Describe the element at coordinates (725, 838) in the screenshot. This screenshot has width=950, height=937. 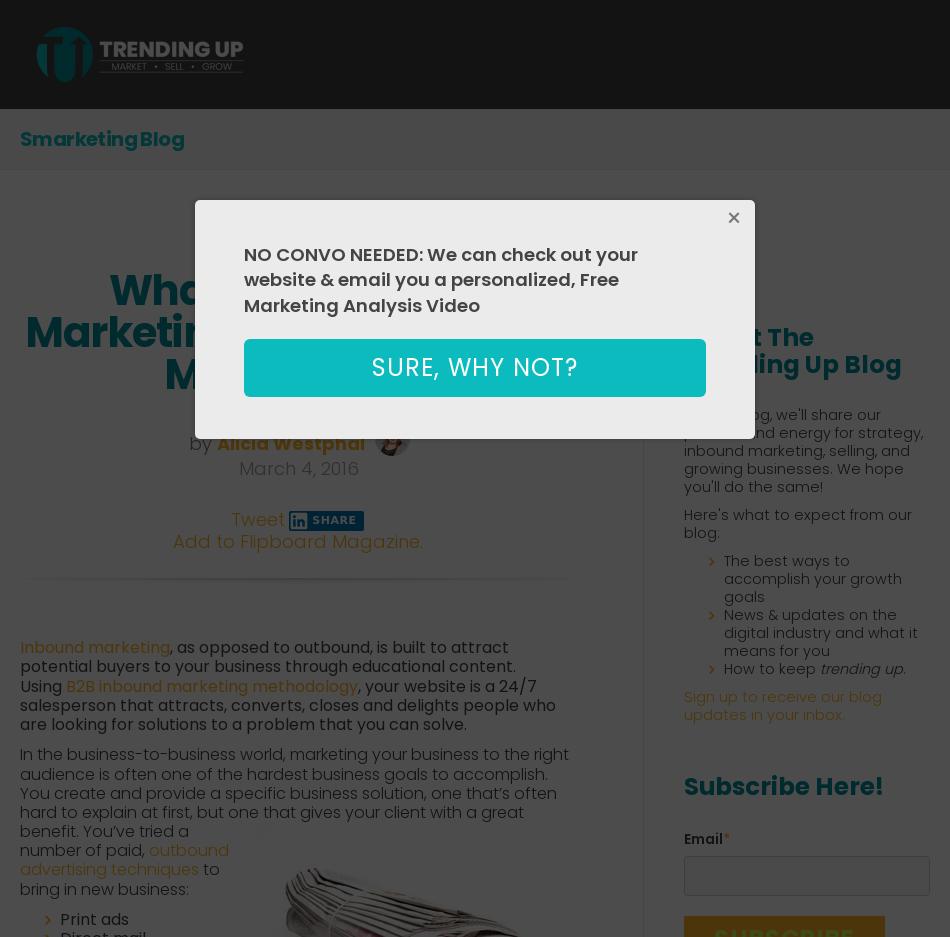
I see `'*'` at that location.